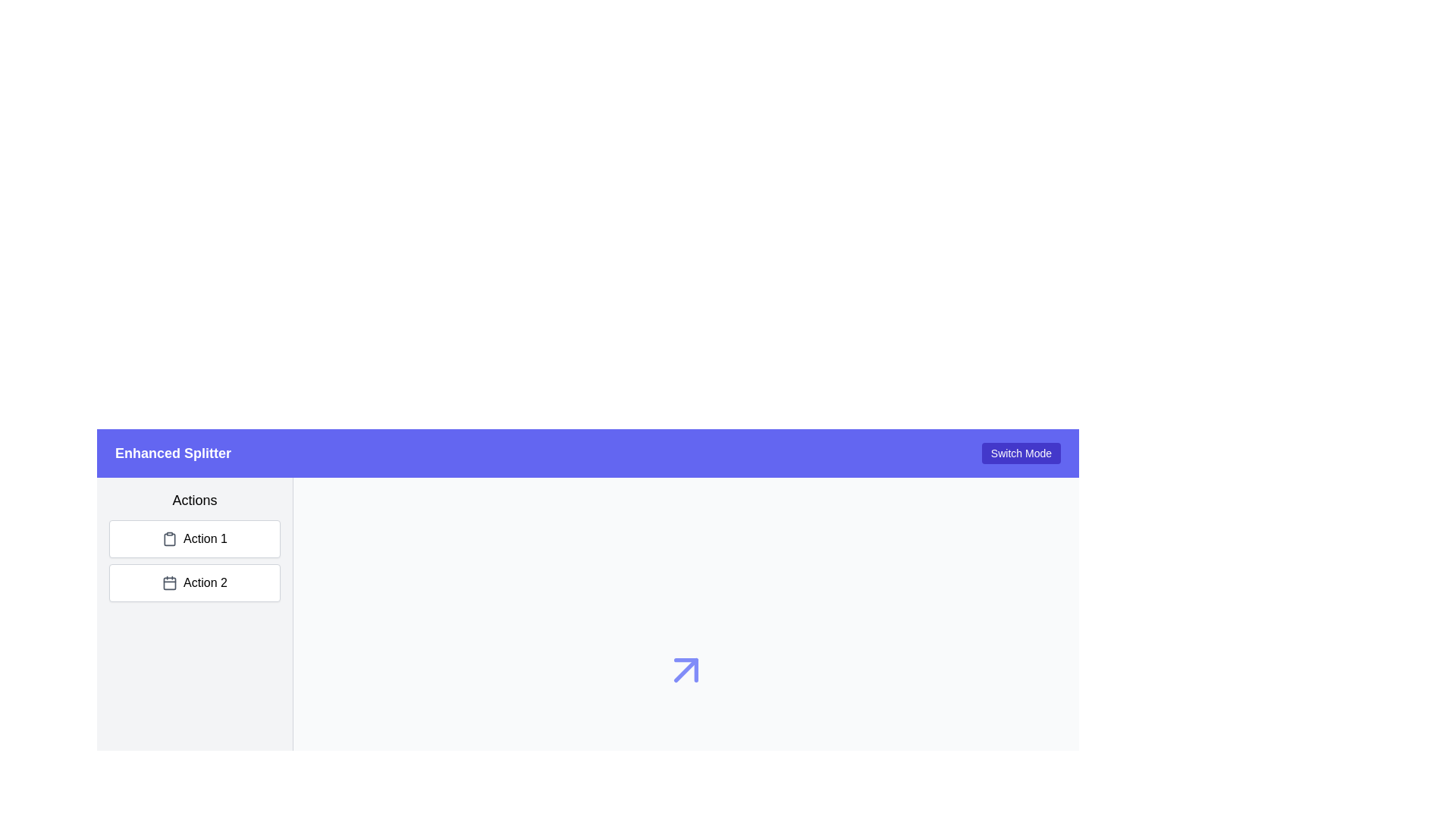  I want to click on the Action 1 button icon, which visually represents the purpose of the action and is the first button in the vertical list labeled 'Actions' on the left side of the interface, so click(170, 538).